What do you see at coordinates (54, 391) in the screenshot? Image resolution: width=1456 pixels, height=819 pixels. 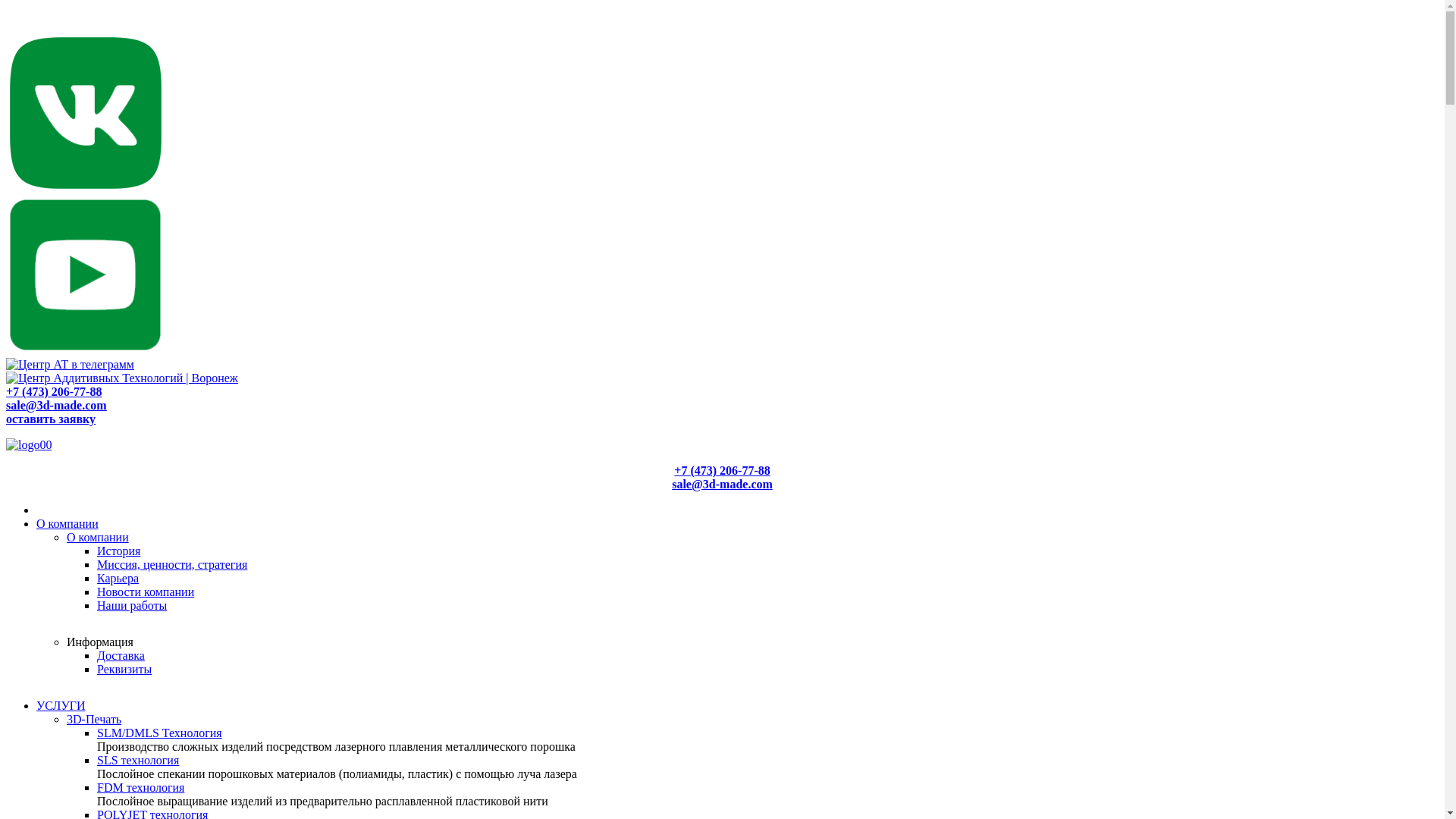 I see `'+7 (473) 206-77-88'` at bounding box center [54, 391].